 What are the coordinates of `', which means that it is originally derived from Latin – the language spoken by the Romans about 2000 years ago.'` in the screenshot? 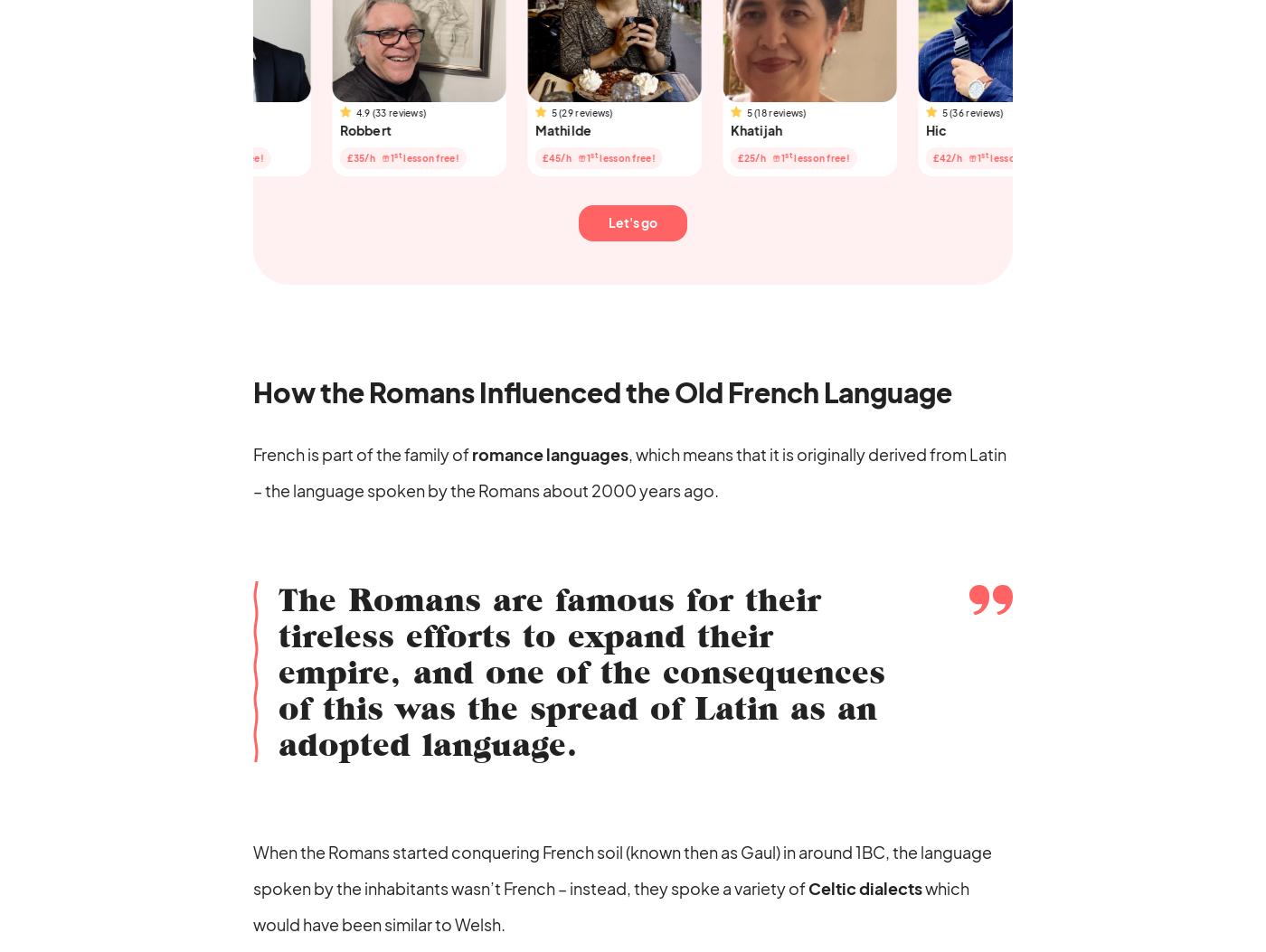 It's located at (629, 471).